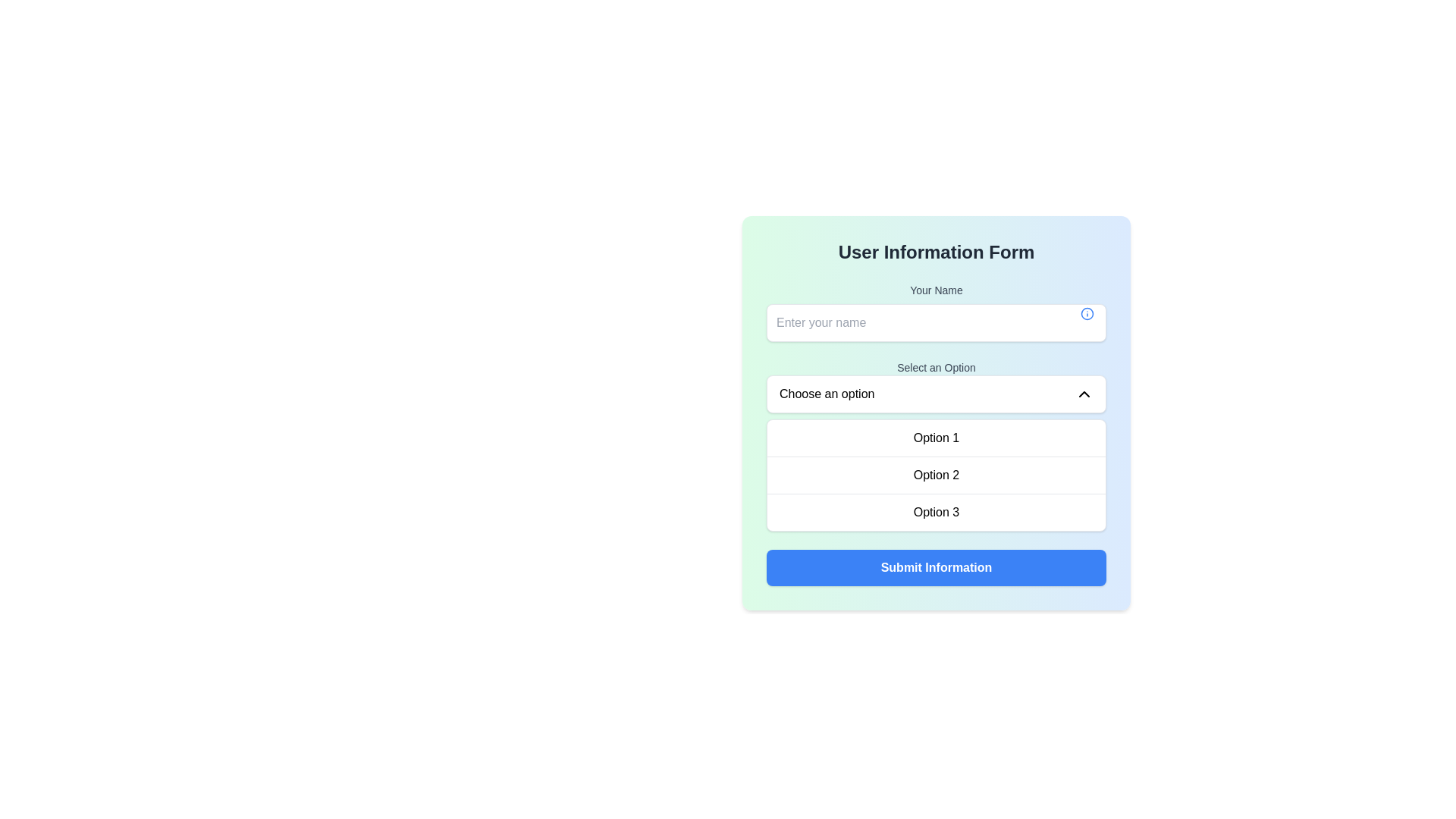  Describe the element at coordinates (935, 473) in the screenshot. I see `the second item in the dropdown list, which represents 'Option 2'` at that location.